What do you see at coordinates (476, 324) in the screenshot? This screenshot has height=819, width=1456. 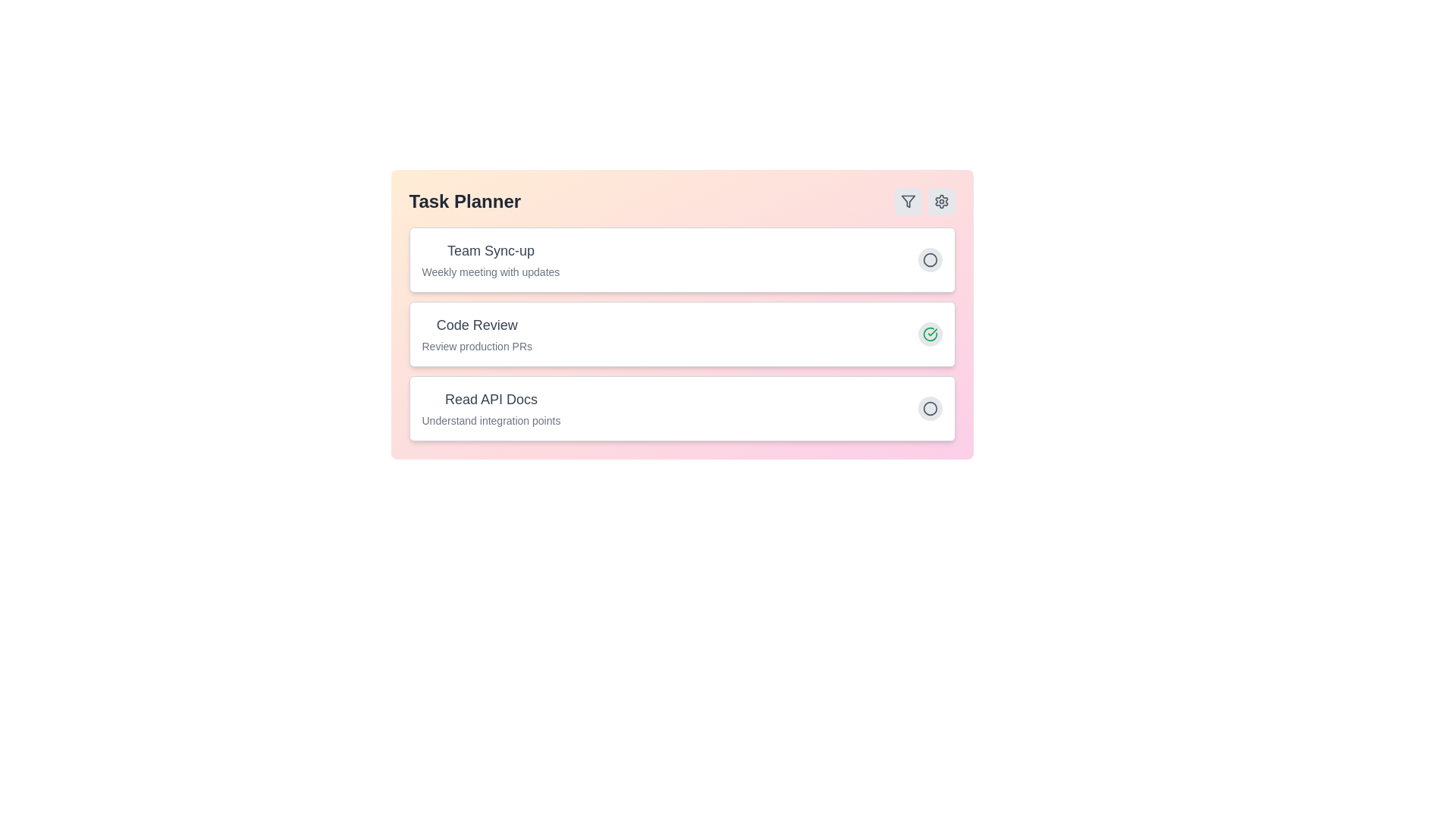 I see `the task item titled 'Code Review' to interact with it` at bounding box center [476, 324].